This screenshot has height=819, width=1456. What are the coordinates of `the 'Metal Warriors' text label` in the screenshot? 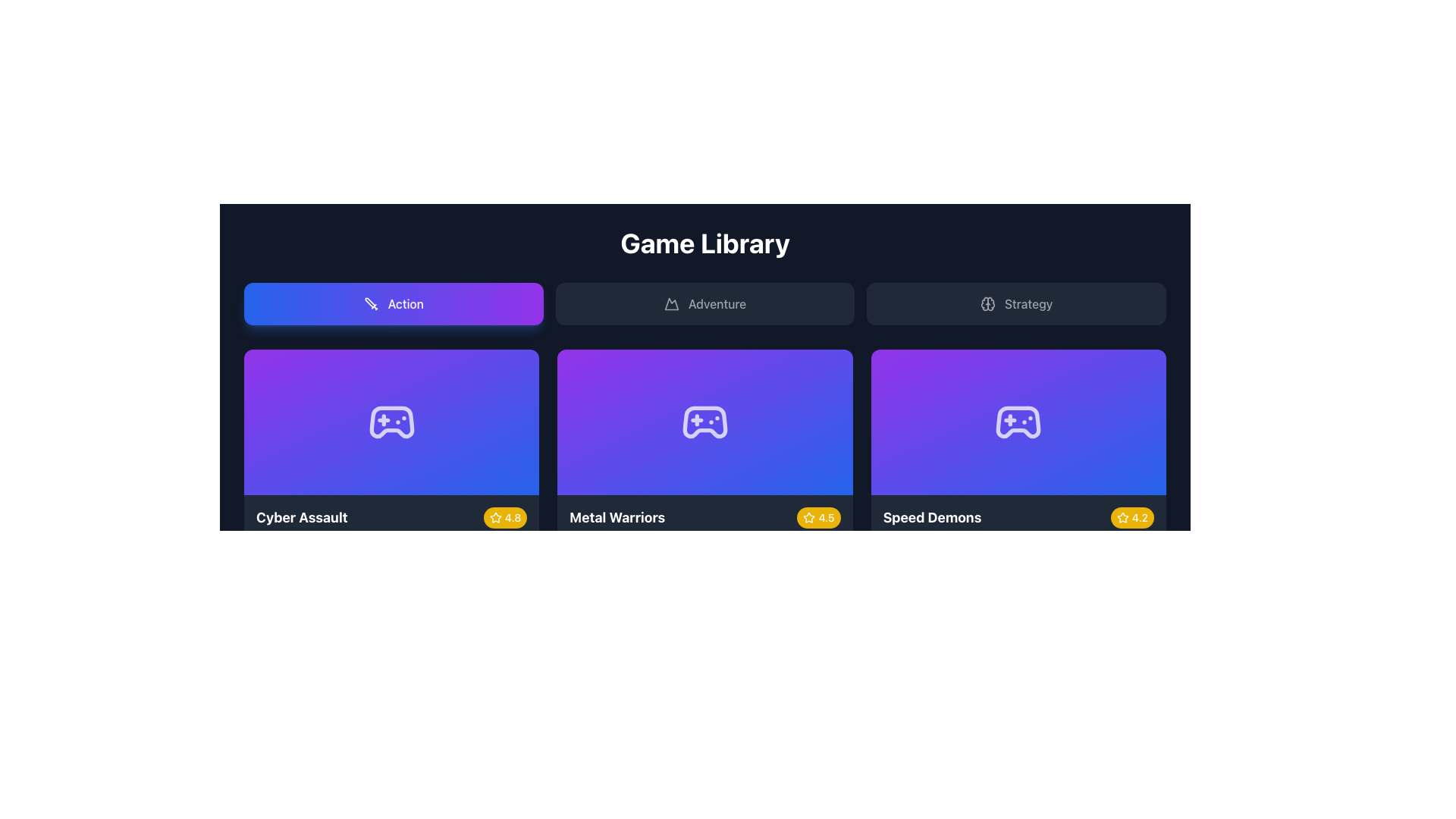 It's located at (617, 516).